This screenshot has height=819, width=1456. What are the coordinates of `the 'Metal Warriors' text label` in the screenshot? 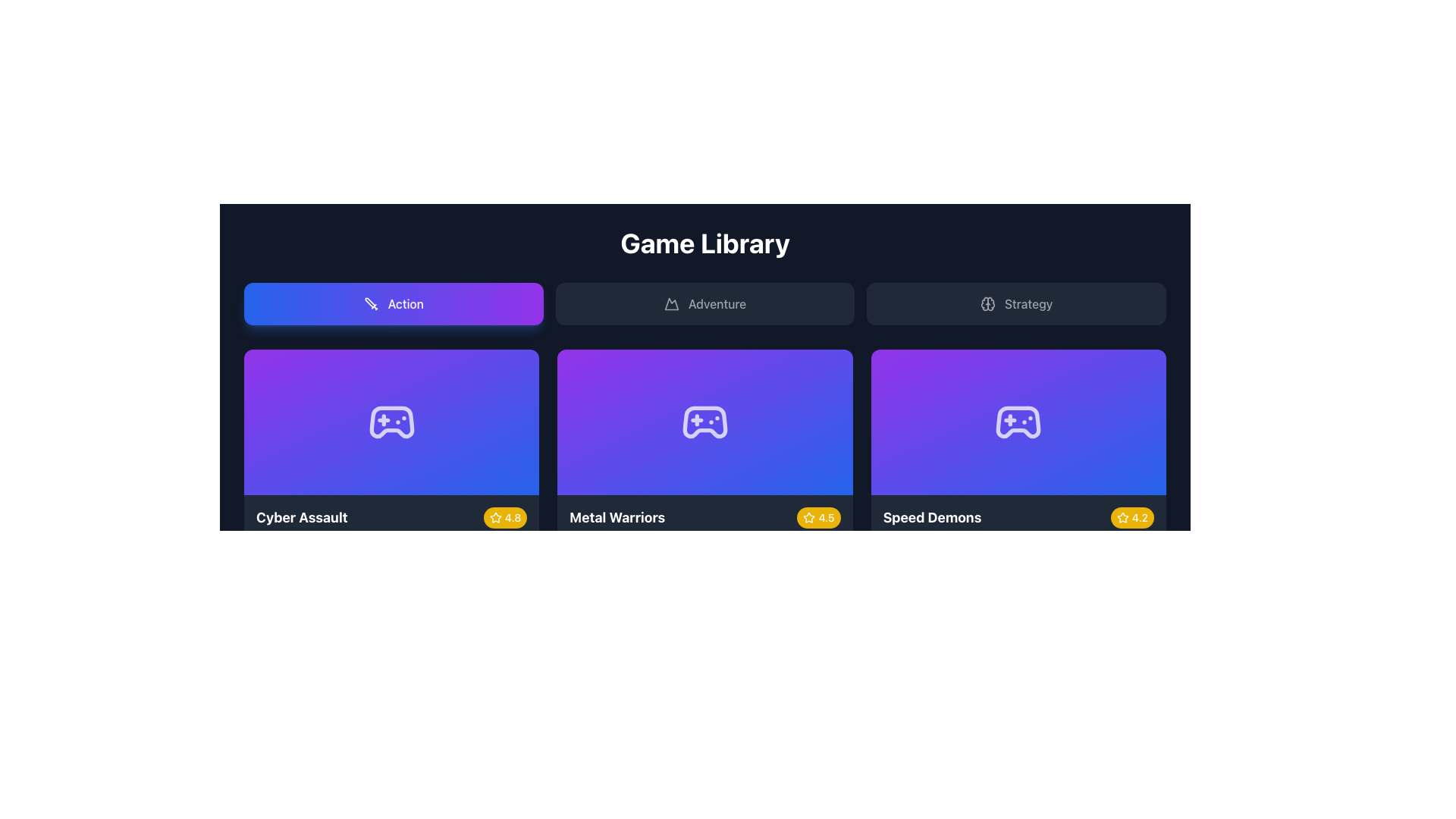 It's located at (617, 516).